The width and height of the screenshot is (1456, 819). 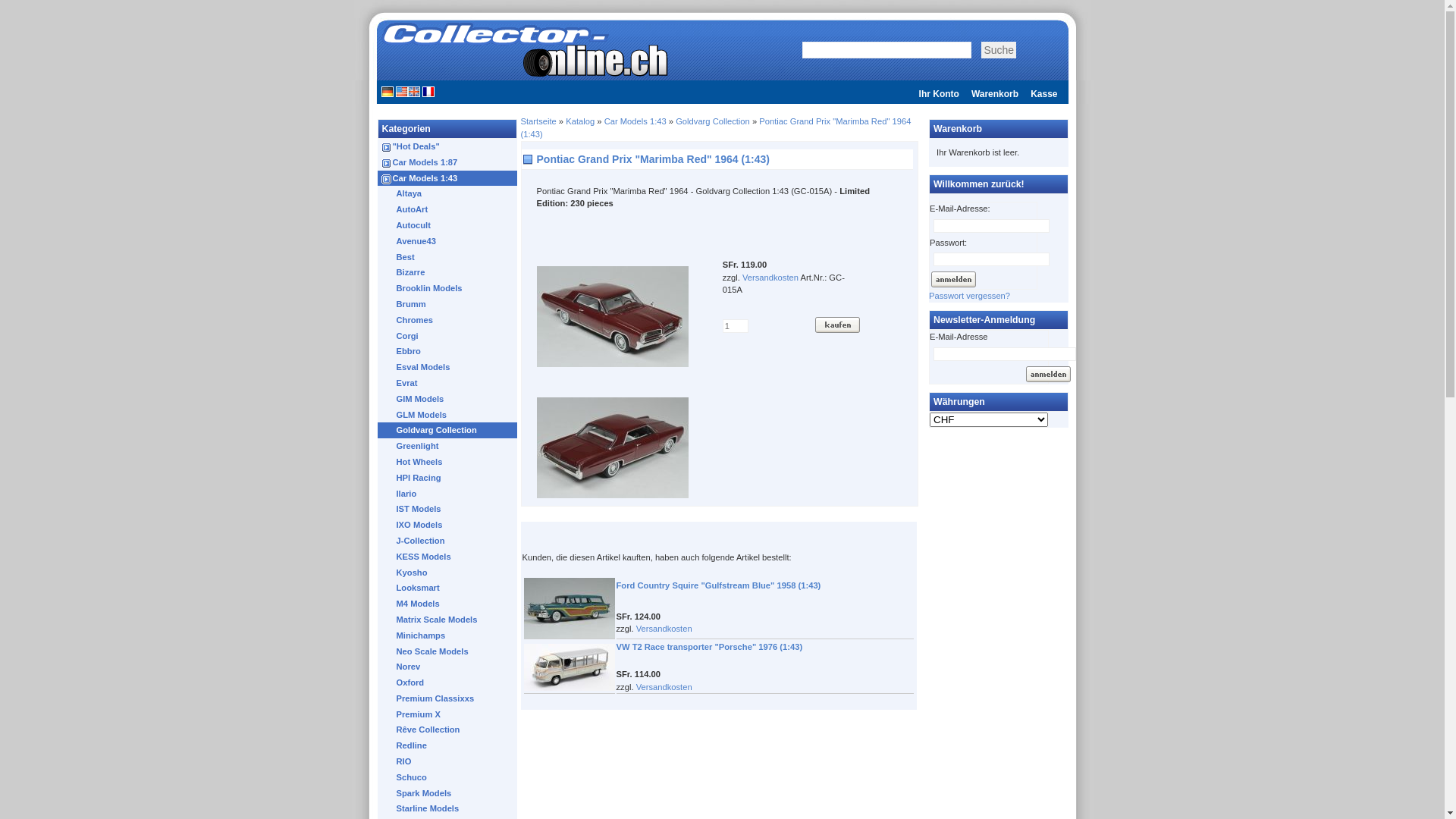 What do you see at coordinates (449, 193) in the screenshot?
I see `'Altaya'` at bounding box center [449, 193].